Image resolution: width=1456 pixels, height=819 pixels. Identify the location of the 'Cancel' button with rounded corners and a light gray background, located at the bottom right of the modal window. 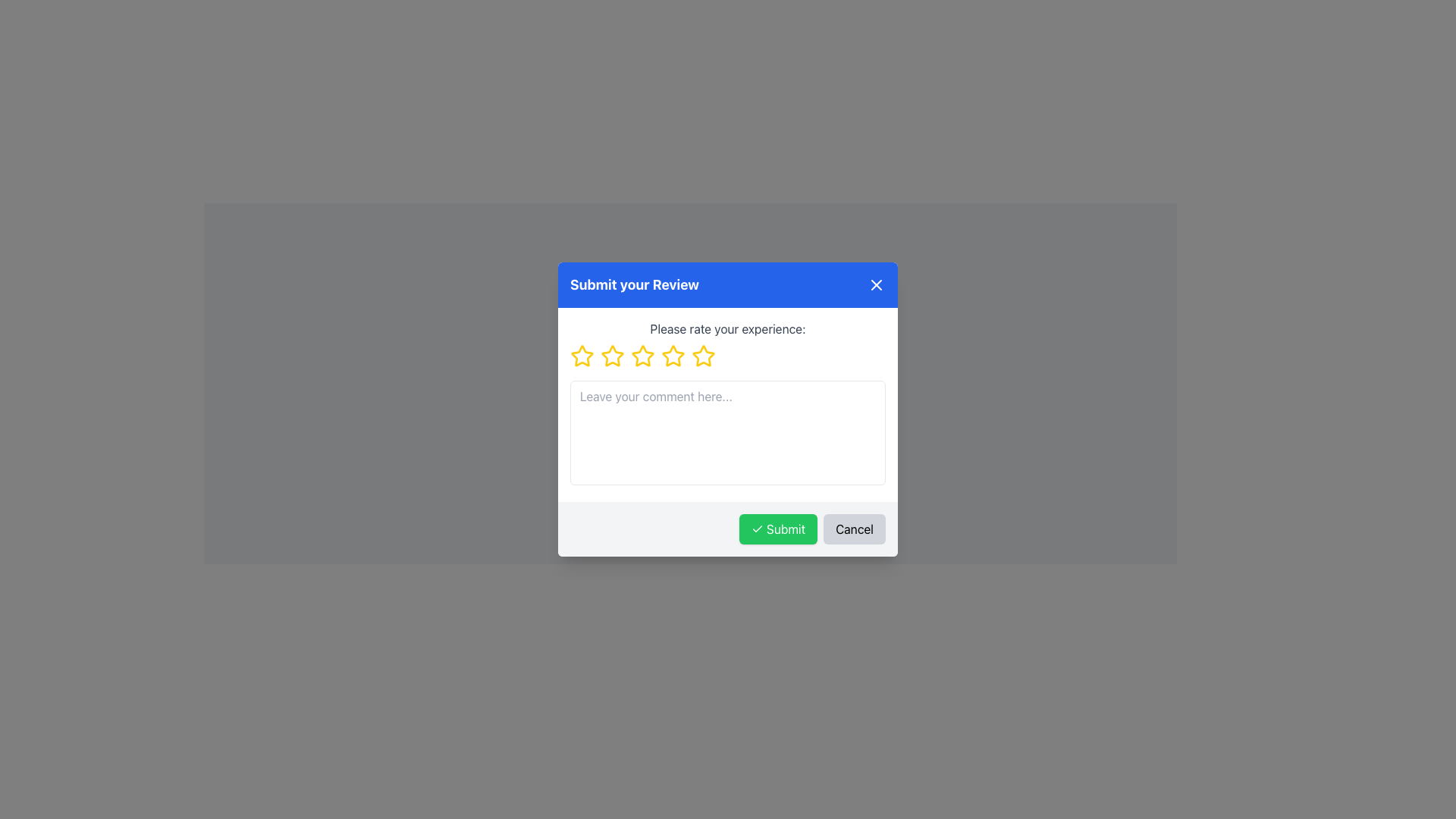
(855, 529).